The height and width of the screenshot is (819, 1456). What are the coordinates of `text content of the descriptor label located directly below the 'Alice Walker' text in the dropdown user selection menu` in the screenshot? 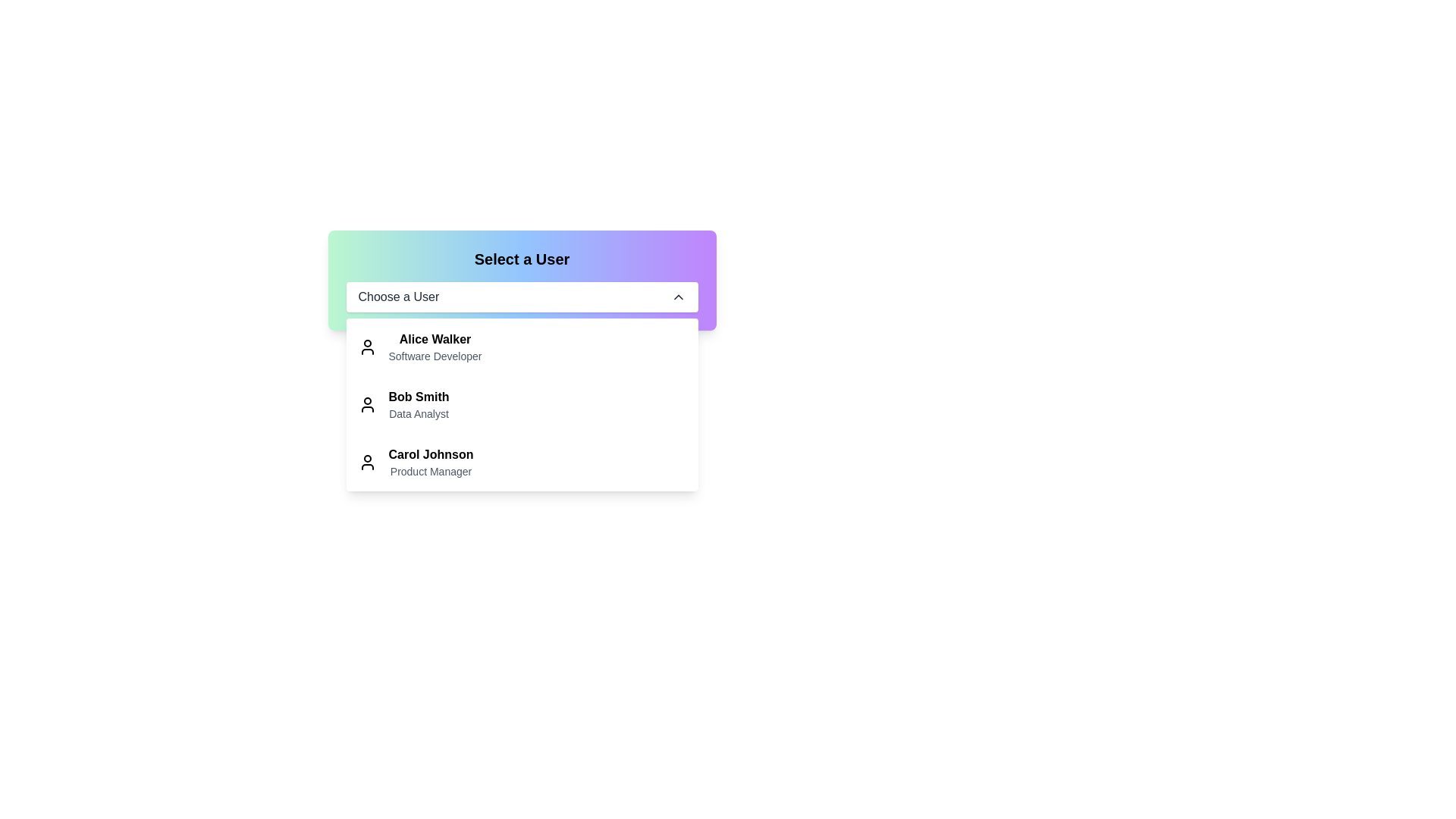 It's located at (434, 356).